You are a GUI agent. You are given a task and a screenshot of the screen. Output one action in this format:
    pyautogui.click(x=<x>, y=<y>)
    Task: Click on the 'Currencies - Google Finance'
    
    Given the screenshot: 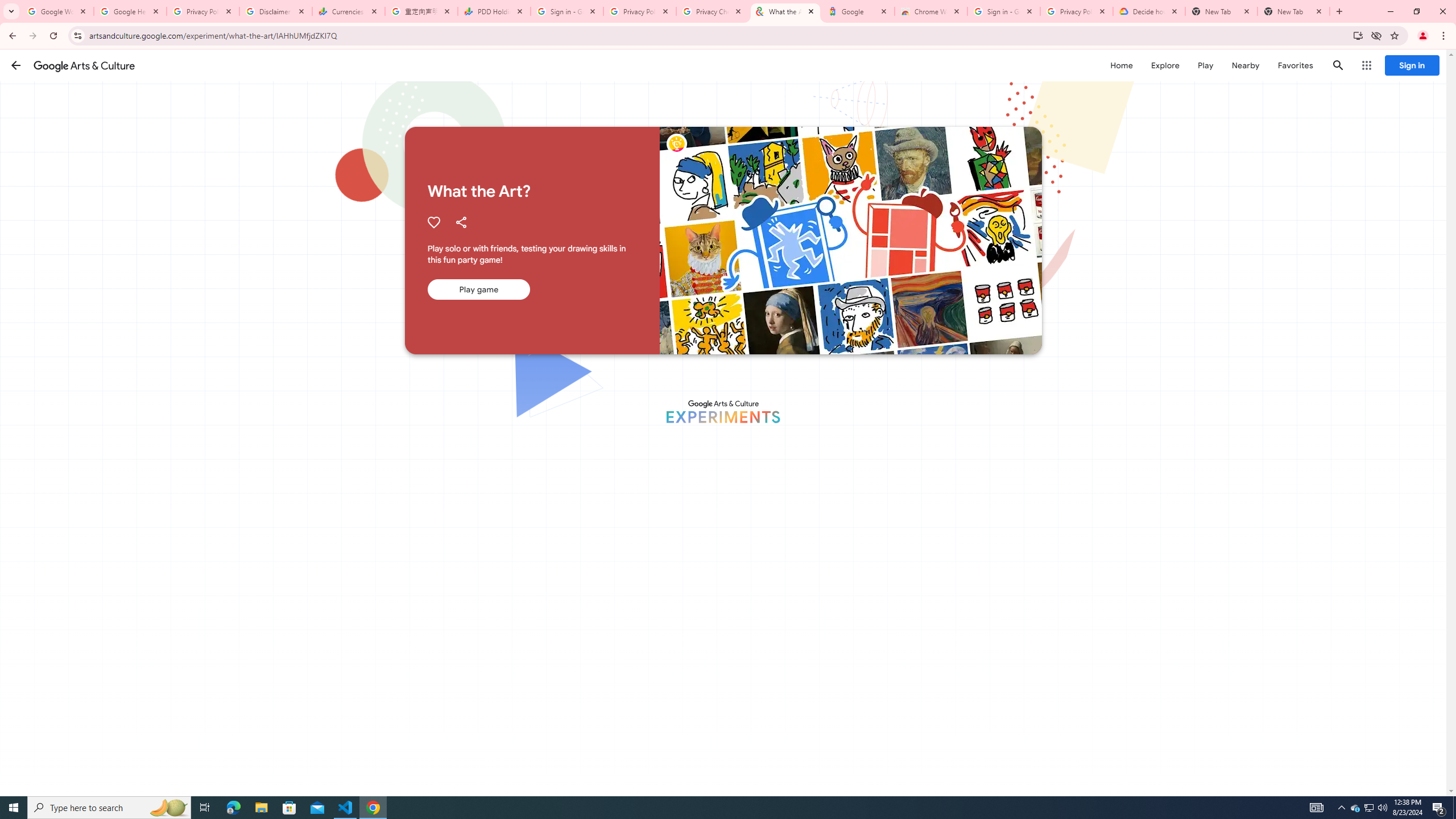 What is the action you would take?
    pyautogui.click(x=348, y=11)
    